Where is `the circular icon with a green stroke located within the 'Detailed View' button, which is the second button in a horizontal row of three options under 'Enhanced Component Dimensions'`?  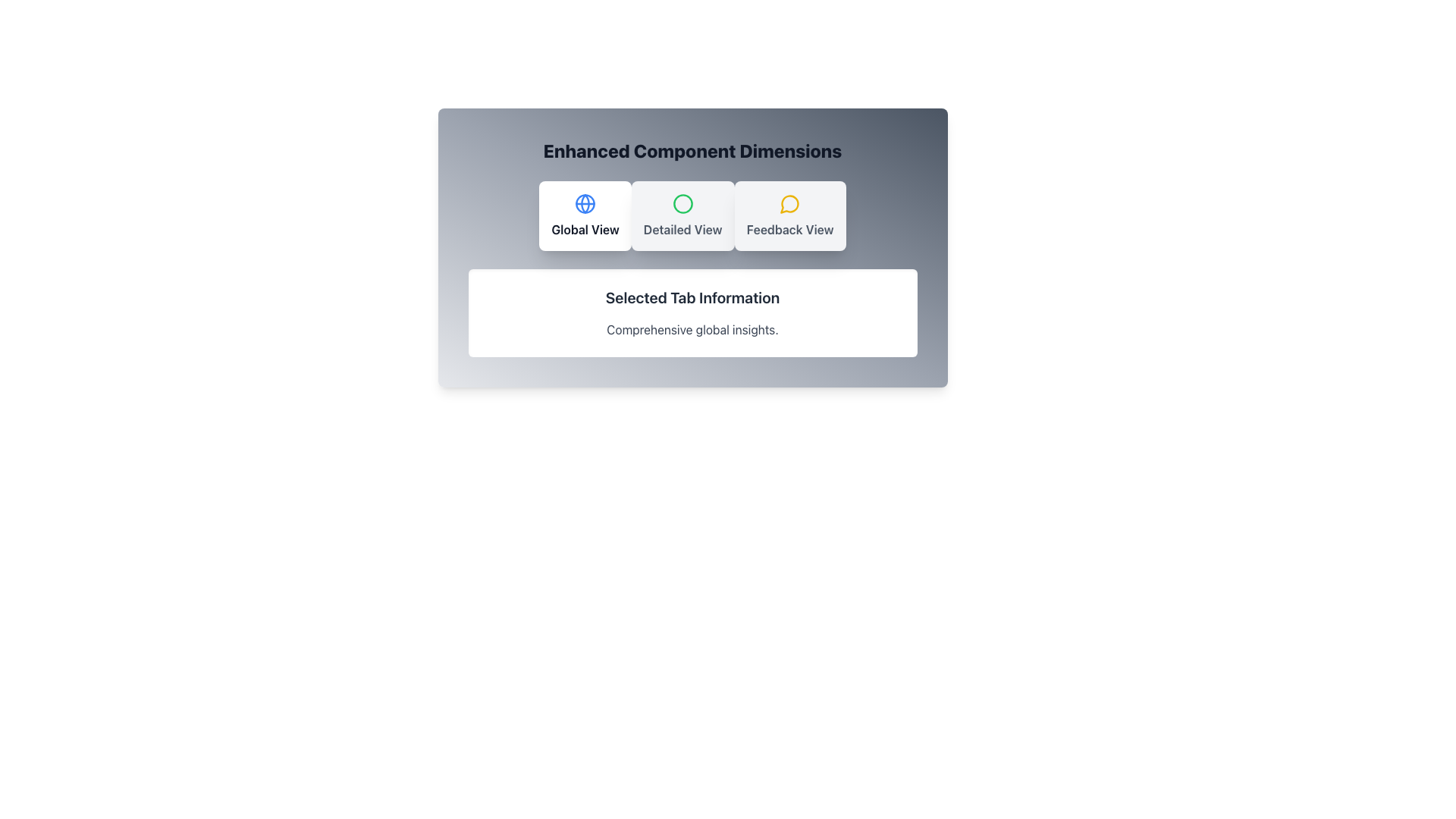 the circular icon with a green stroke located within the 'Detailed View' button, which is the second button in a horizontal row of three options under 'Enhanced Component Dimensions' is located at coordinates (682, 203).